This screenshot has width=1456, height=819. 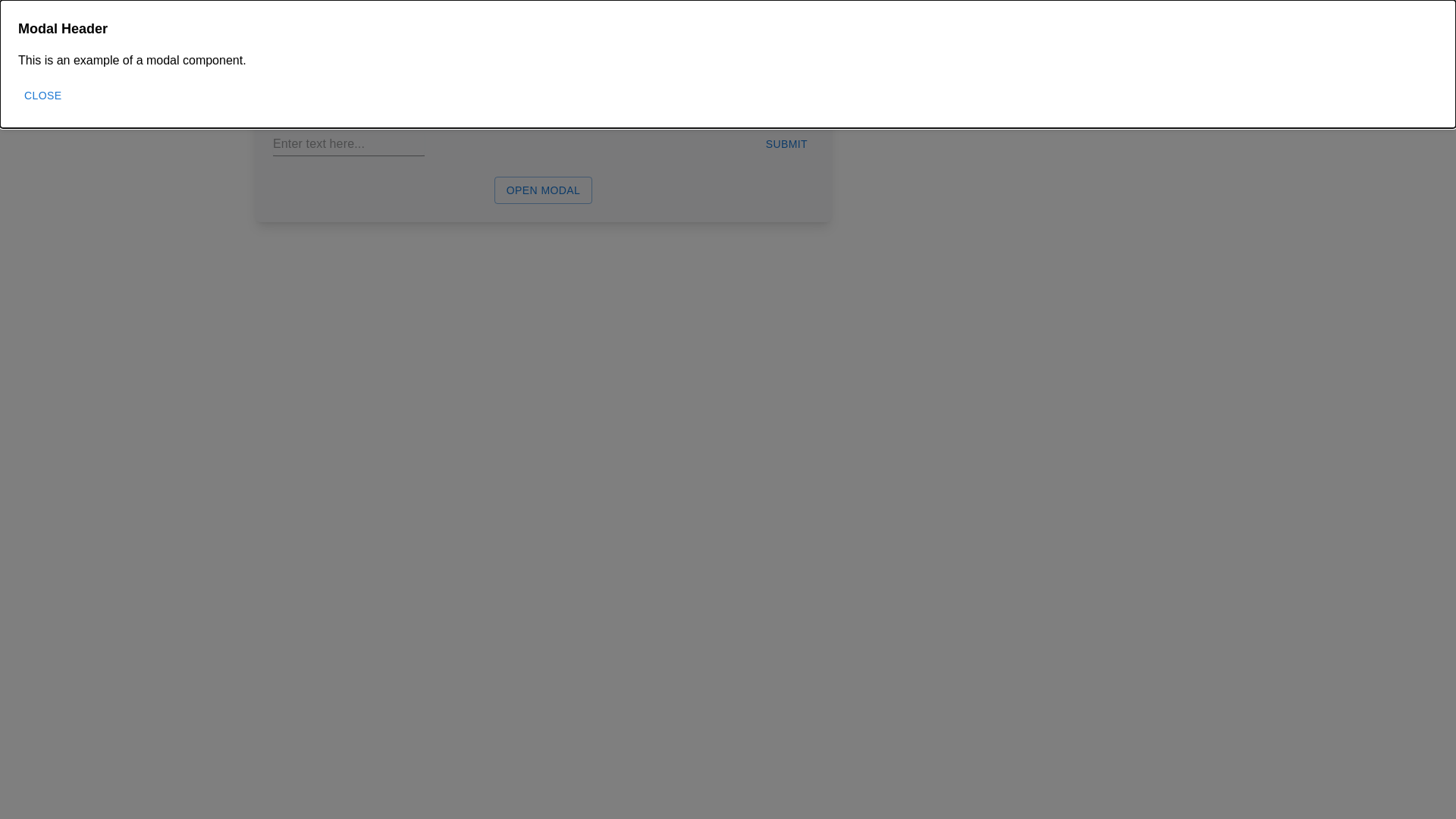 What do you see at coordinates (543, 189) in the screenshot?
I see `the button located in the middle section of the layout, directly below a text input field` at bounding box center [543, 189].